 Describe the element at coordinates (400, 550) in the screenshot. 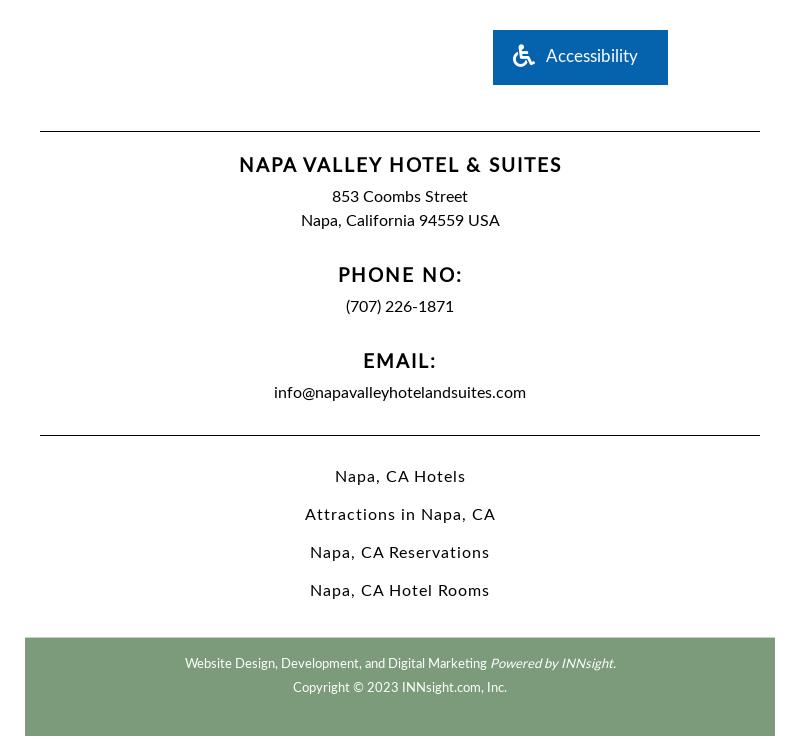

I see `'Napa, CA Reservations'` at that location.